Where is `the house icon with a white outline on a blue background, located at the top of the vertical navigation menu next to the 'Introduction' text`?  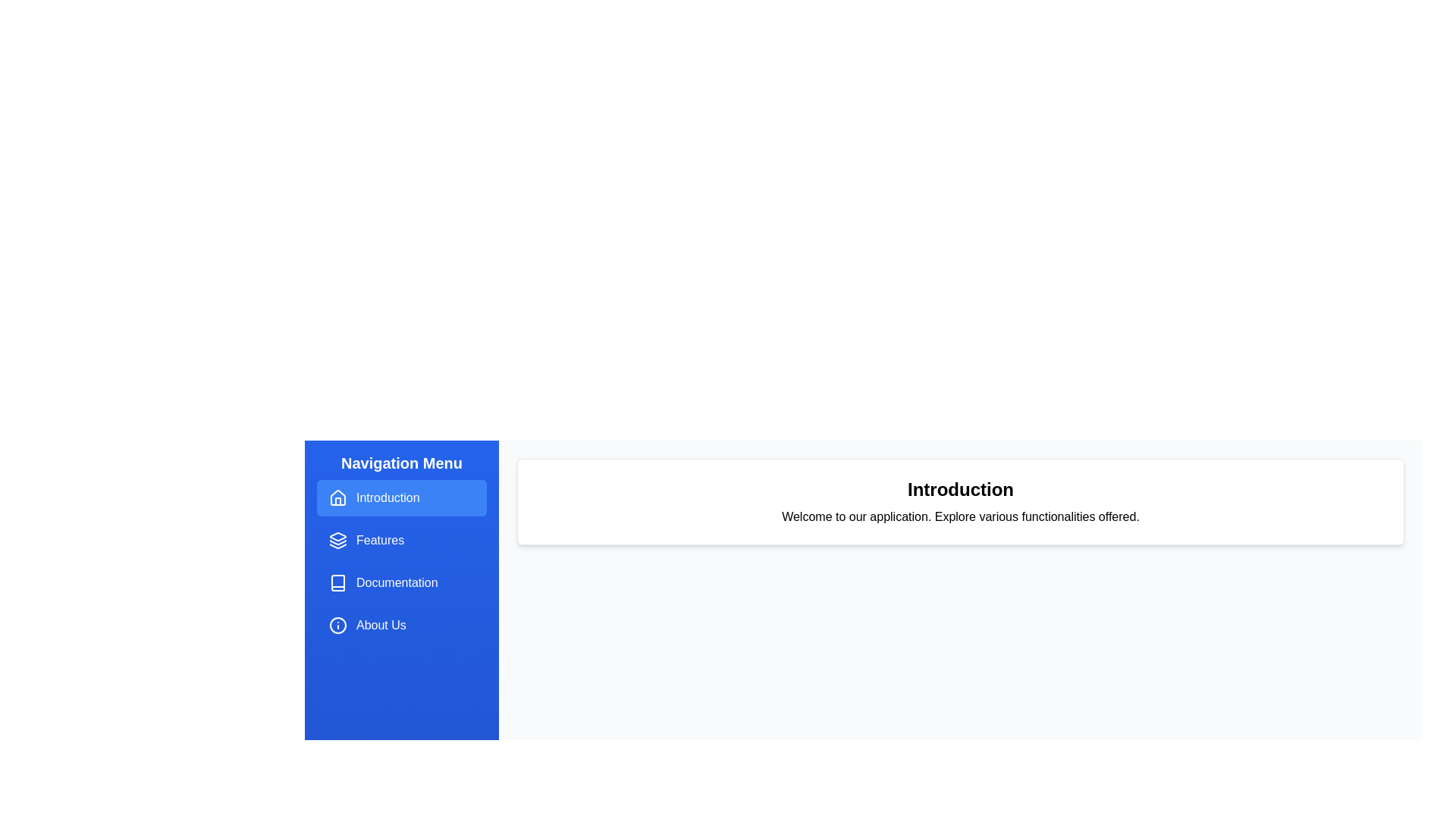
the house icon with a white outline on a blue background, located at the top of the vertical navigation menu next to the 'Introduction' text is located at coordinates (337, 497).